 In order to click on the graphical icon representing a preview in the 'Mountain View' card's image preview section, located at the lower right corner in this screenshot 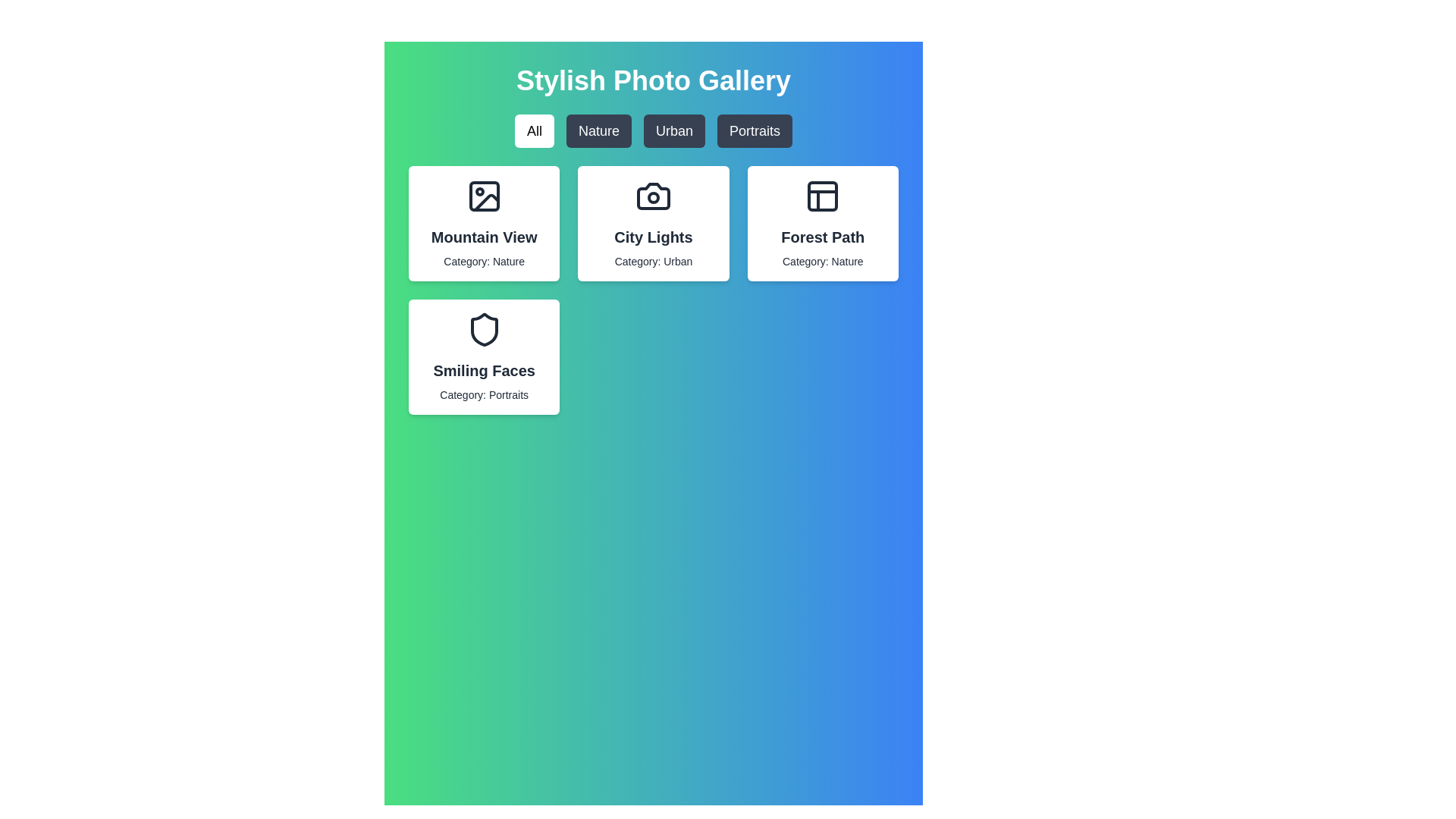, I will do `click(486, 202)`.